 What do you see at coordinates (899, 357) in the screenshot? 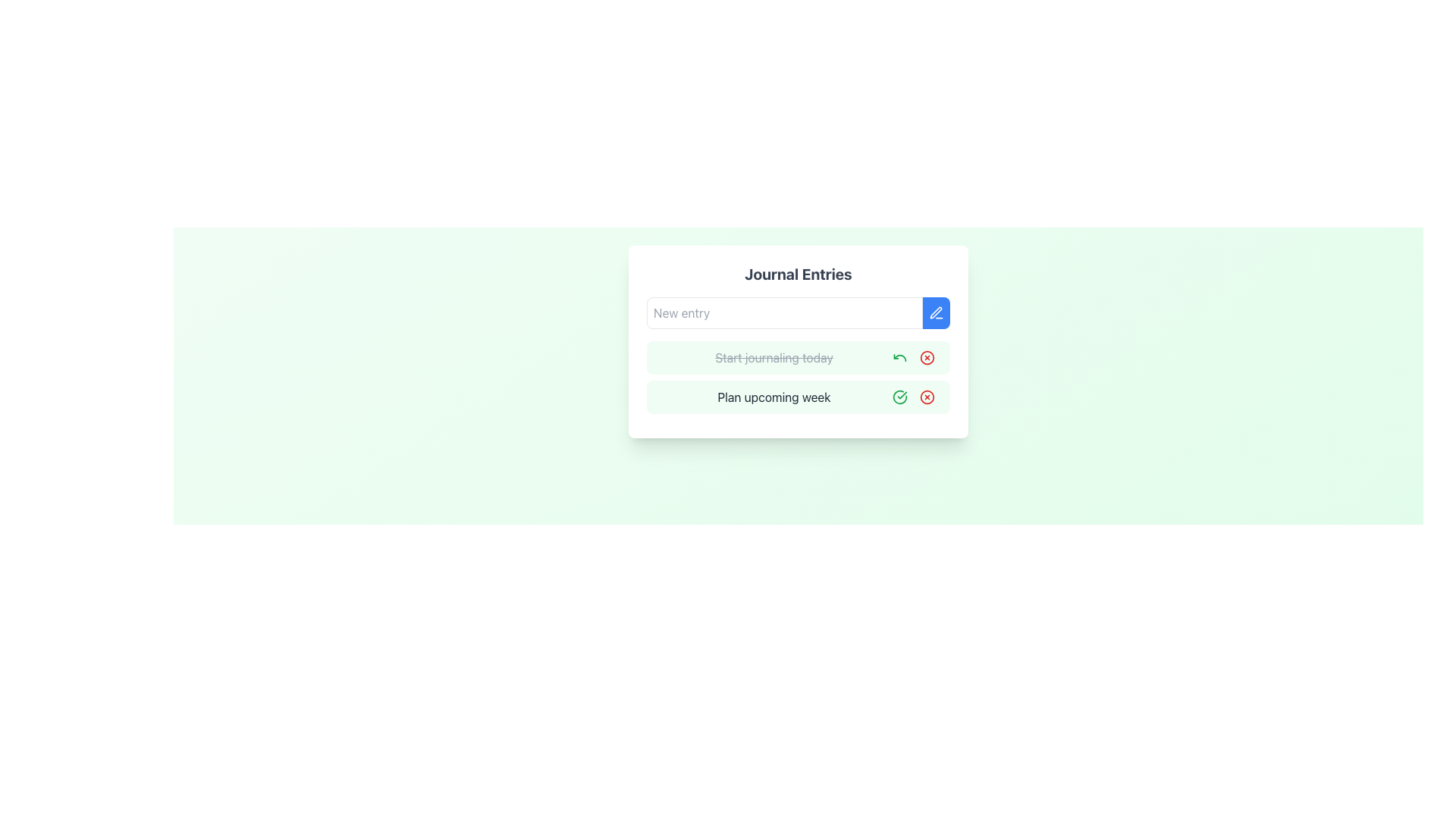
I see `the undo icon located beside the green checkmark and red cross icons in the second line of task items under 'Journal Entries'` at bounding box center [899, 357].